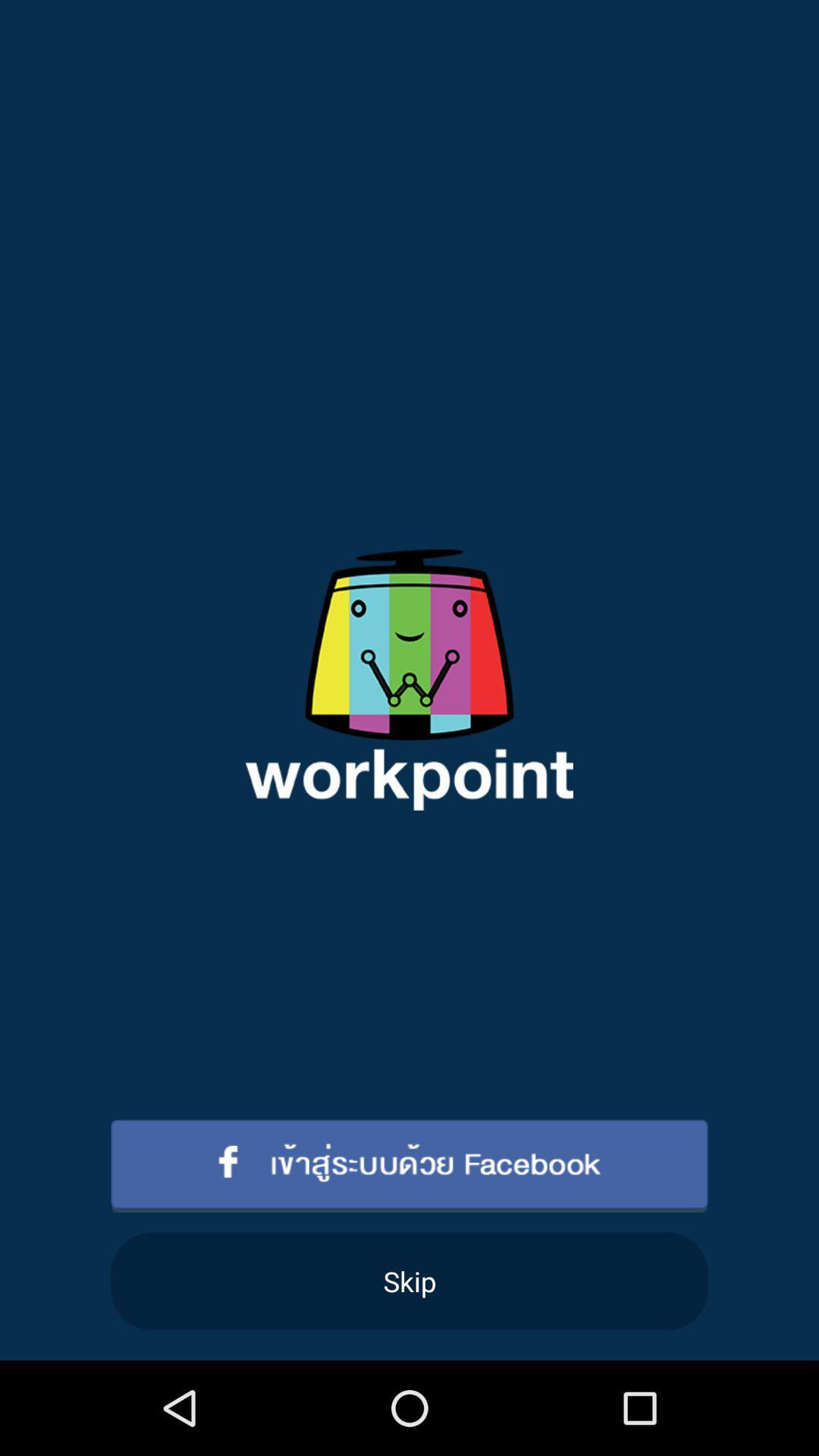 Image resolution: width=819 pixels, height=1456 pixels. Describe the element at coordinates (409, 1280) in the screenshot. I see `skip icon` at that location.